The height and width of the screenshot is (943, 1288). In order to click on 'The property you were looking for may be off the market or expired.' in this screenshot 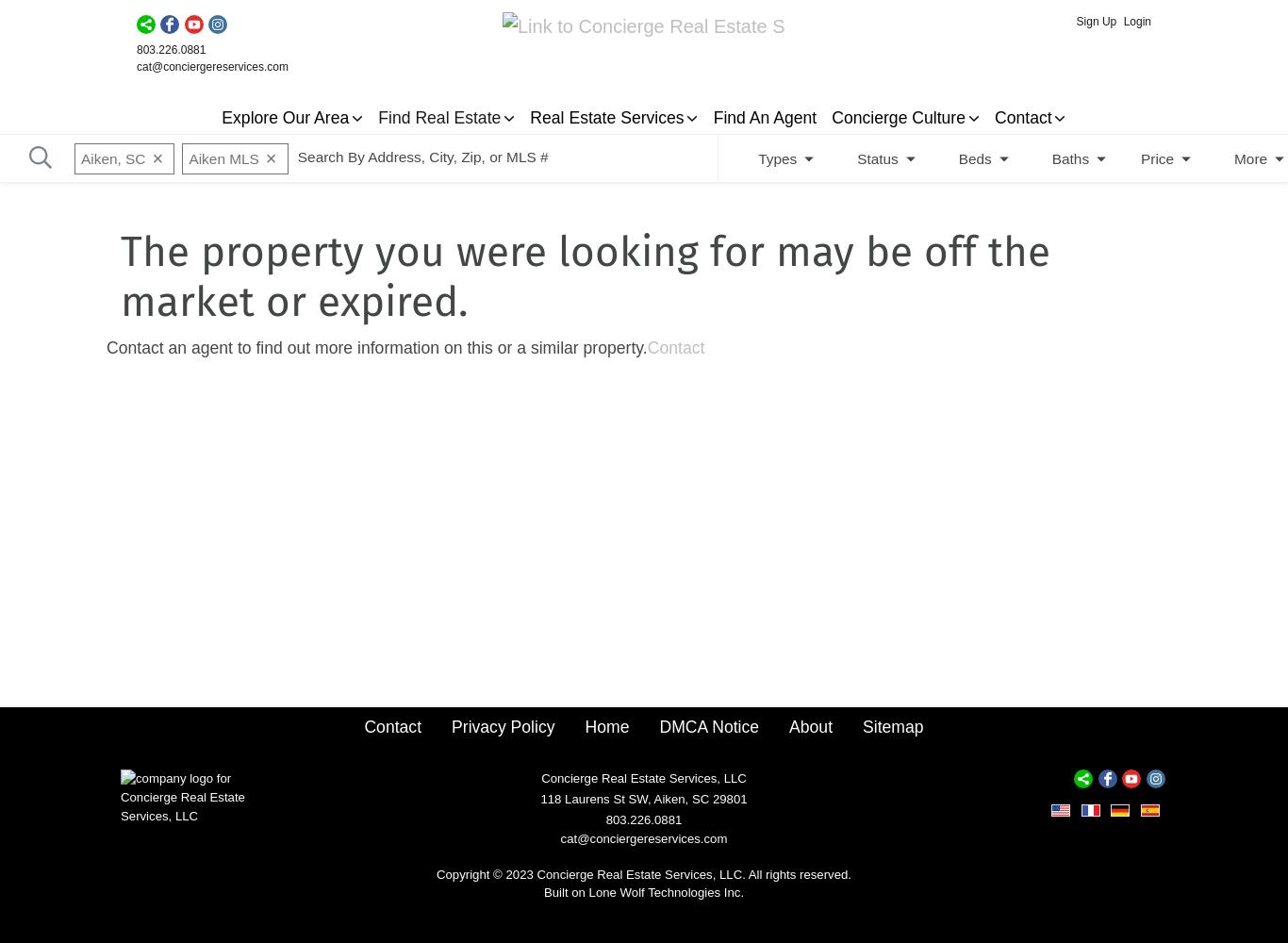, I will do `click(584, 277)`.